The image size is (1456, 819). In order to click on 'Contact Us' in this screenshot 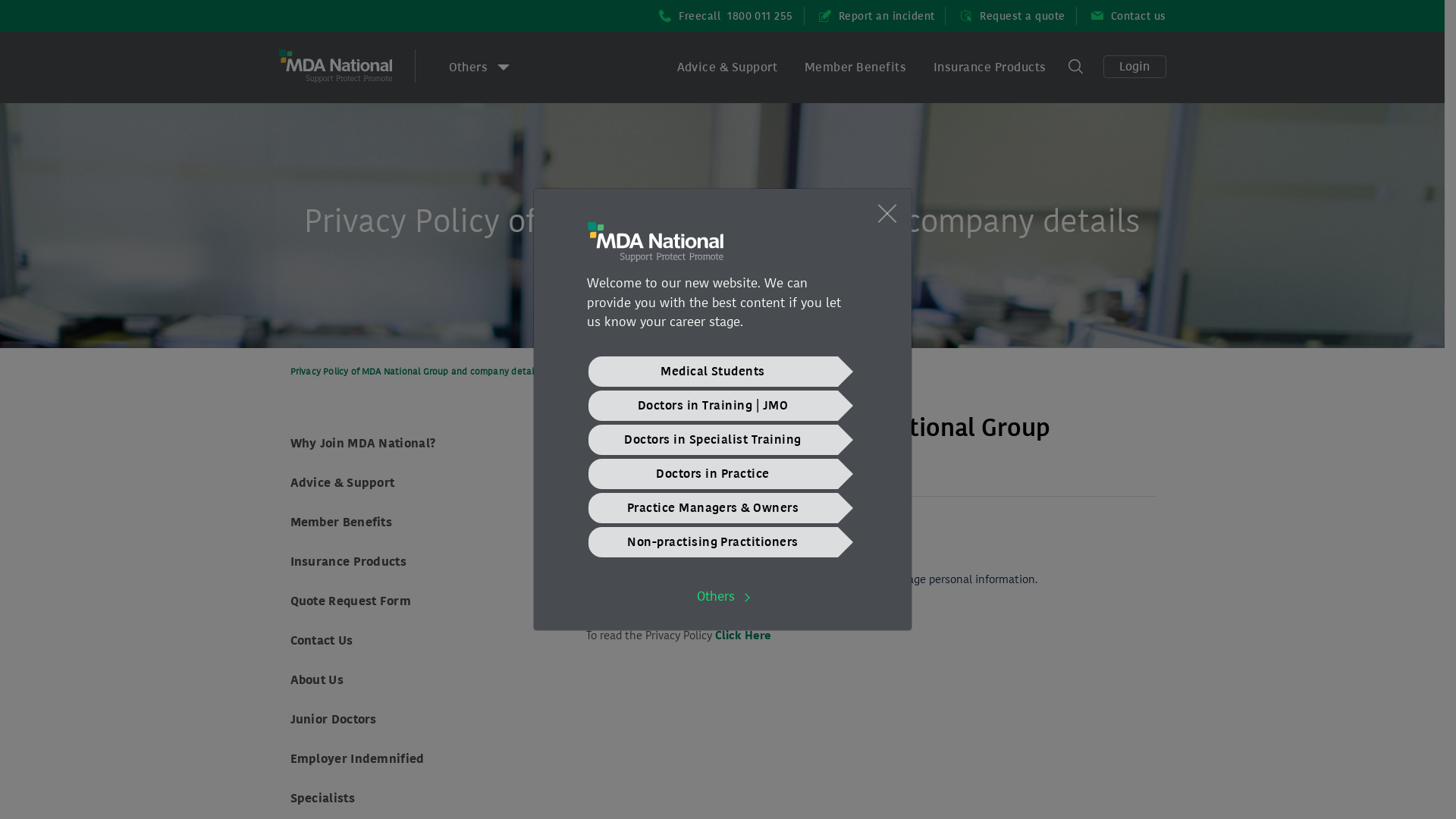, I will do `click(320, 640)`.